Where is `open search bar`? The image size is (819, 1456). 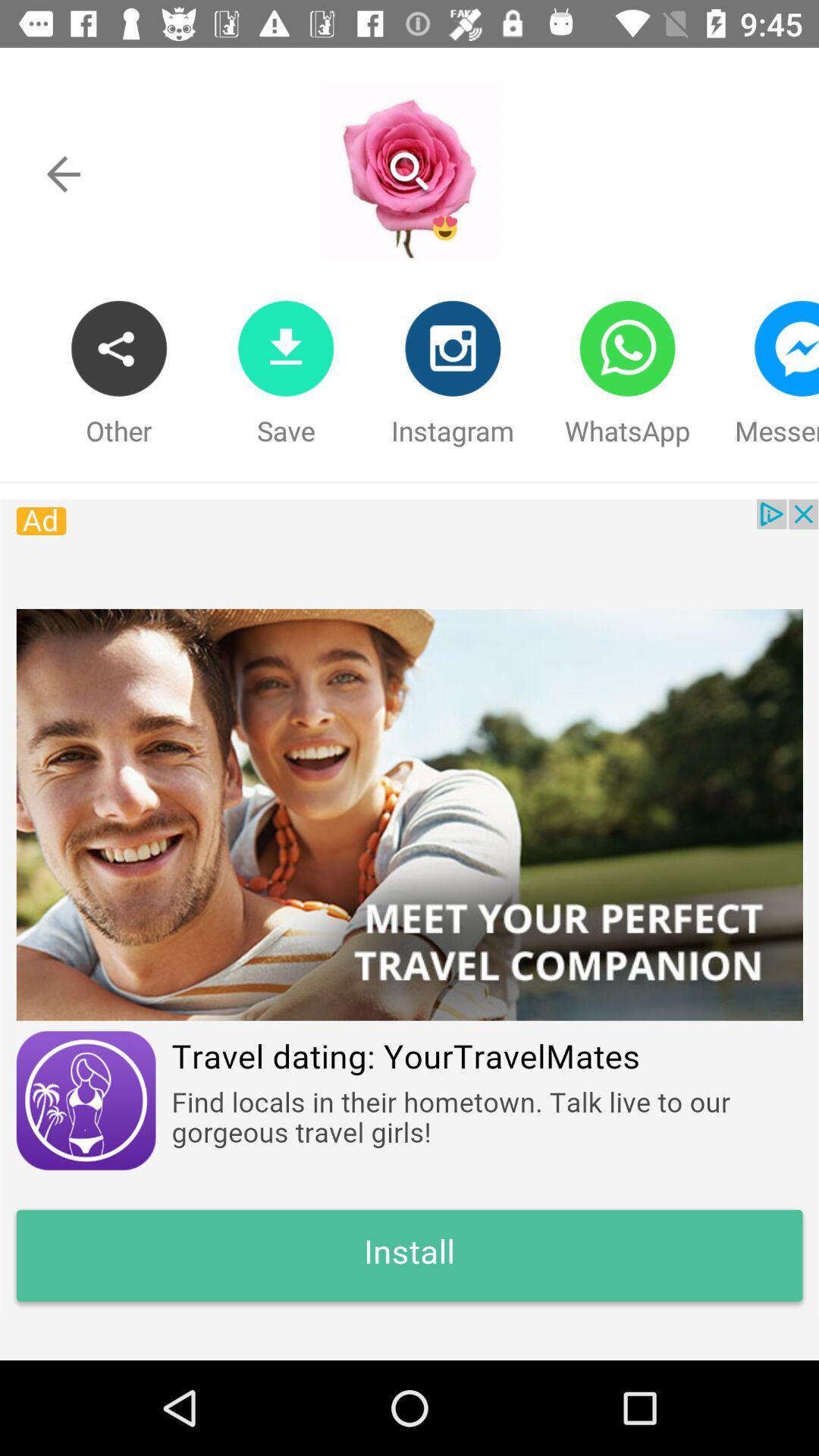 open search bar is located at coordinates (408, 171).